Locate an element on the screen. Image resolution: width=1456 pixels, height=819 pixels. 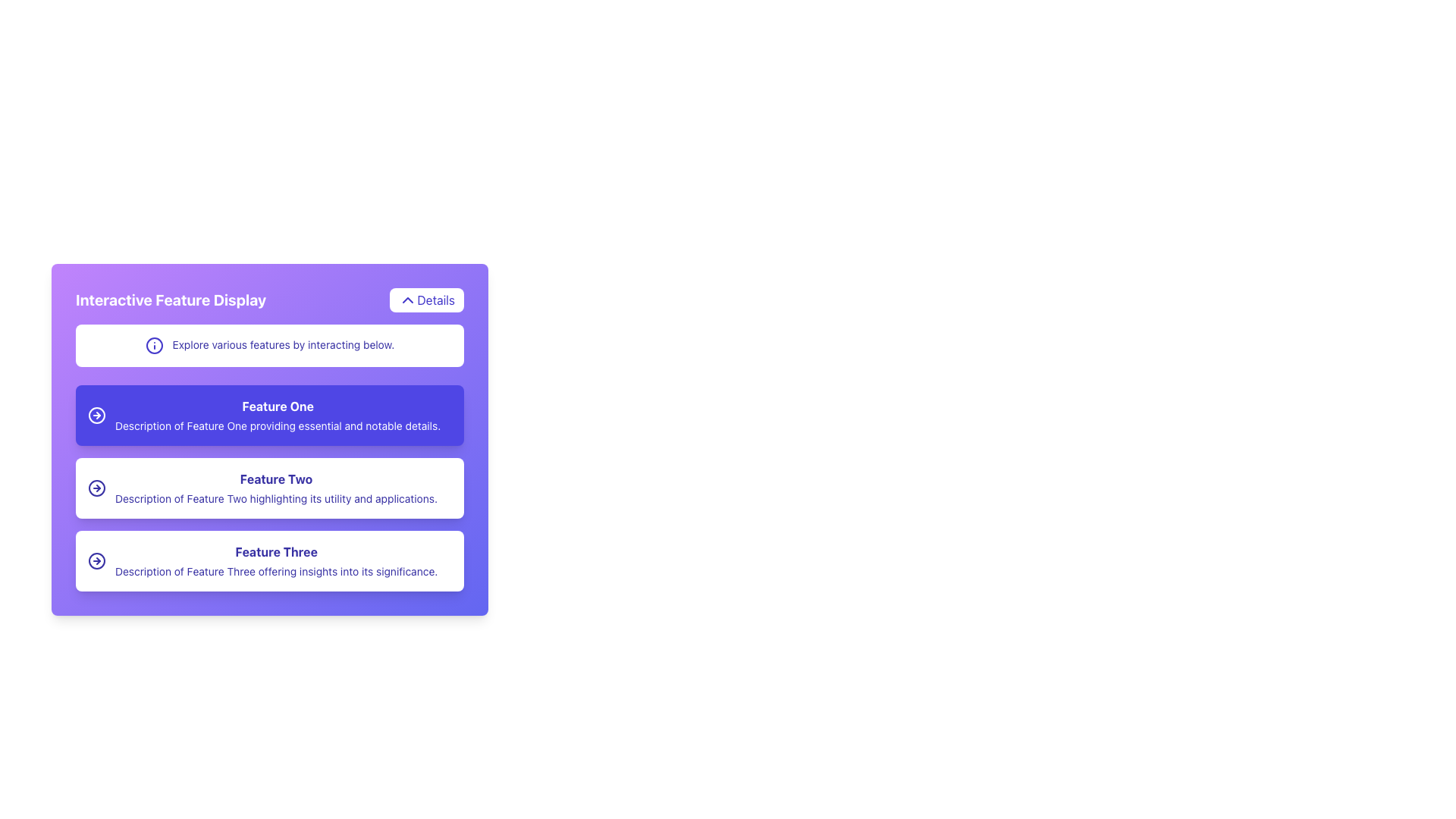
the text label that reads 'Feature Three' by moving the cursor to its center point is located at coordinates (276, 552).